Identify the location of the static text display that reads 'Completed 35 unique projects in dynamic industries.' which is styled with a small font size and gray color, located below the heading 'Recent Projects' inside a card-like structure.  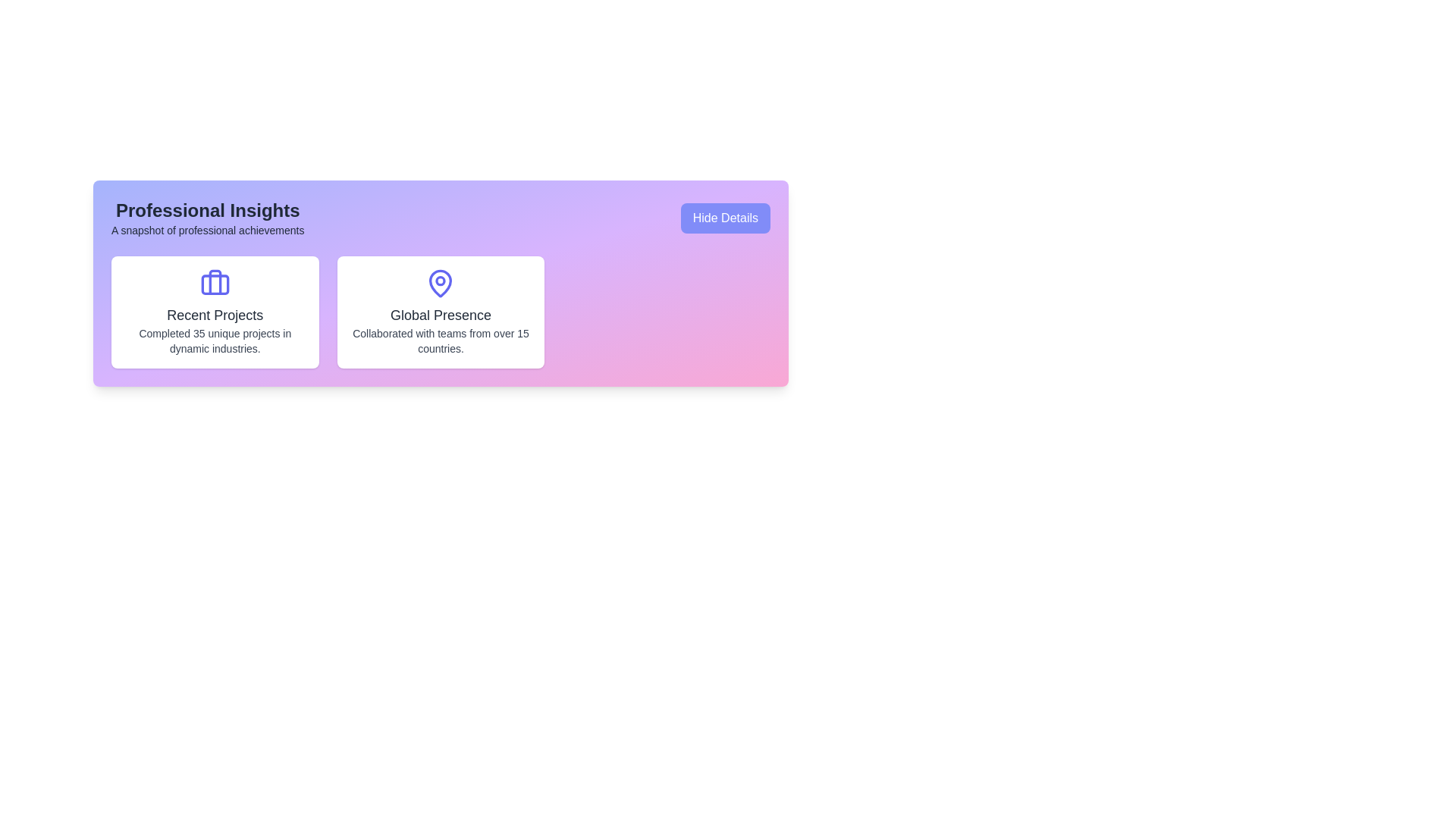
(214, 341).